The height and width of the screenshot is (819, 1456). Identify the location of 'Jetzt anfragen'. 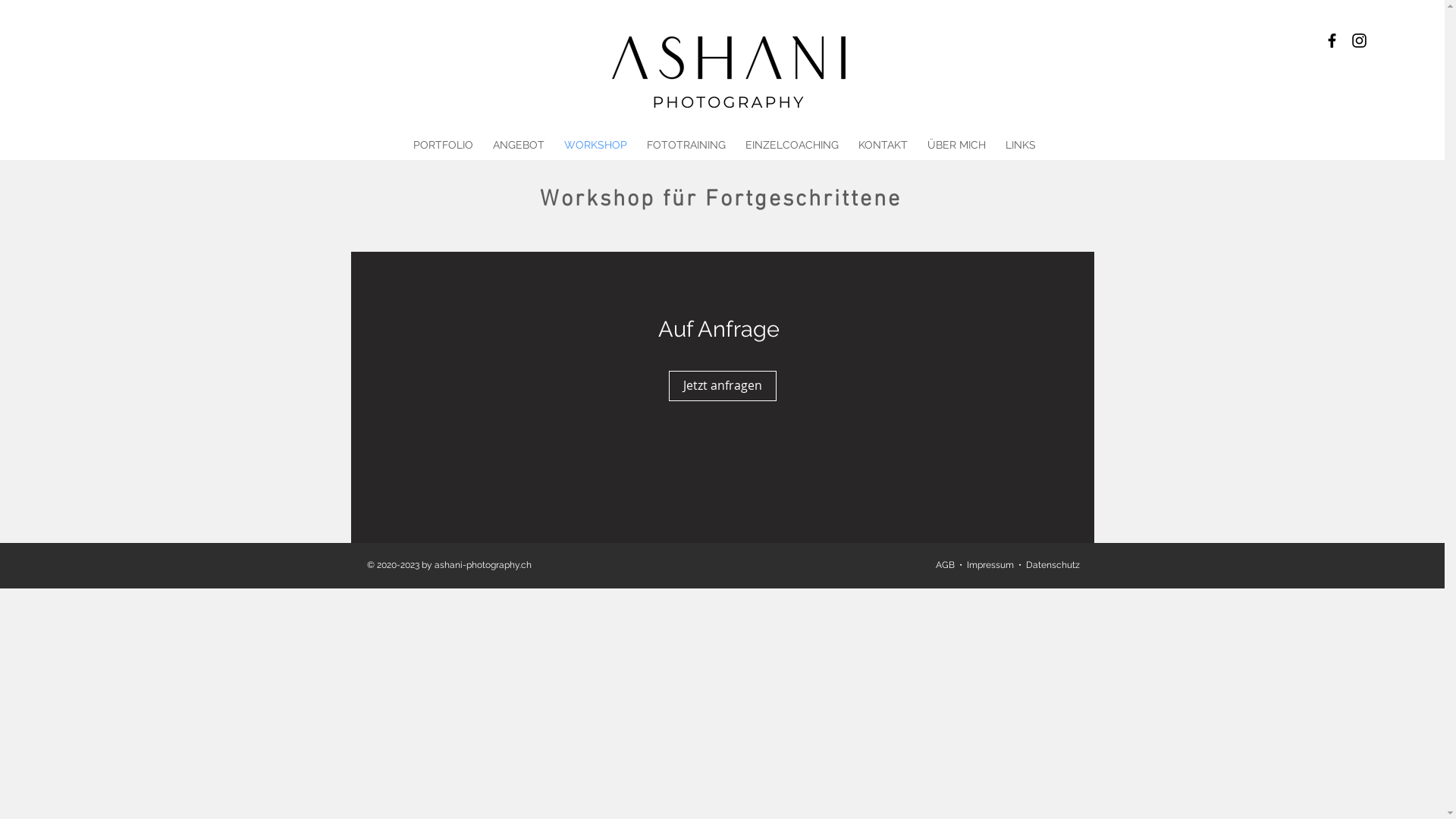
(722, 385).